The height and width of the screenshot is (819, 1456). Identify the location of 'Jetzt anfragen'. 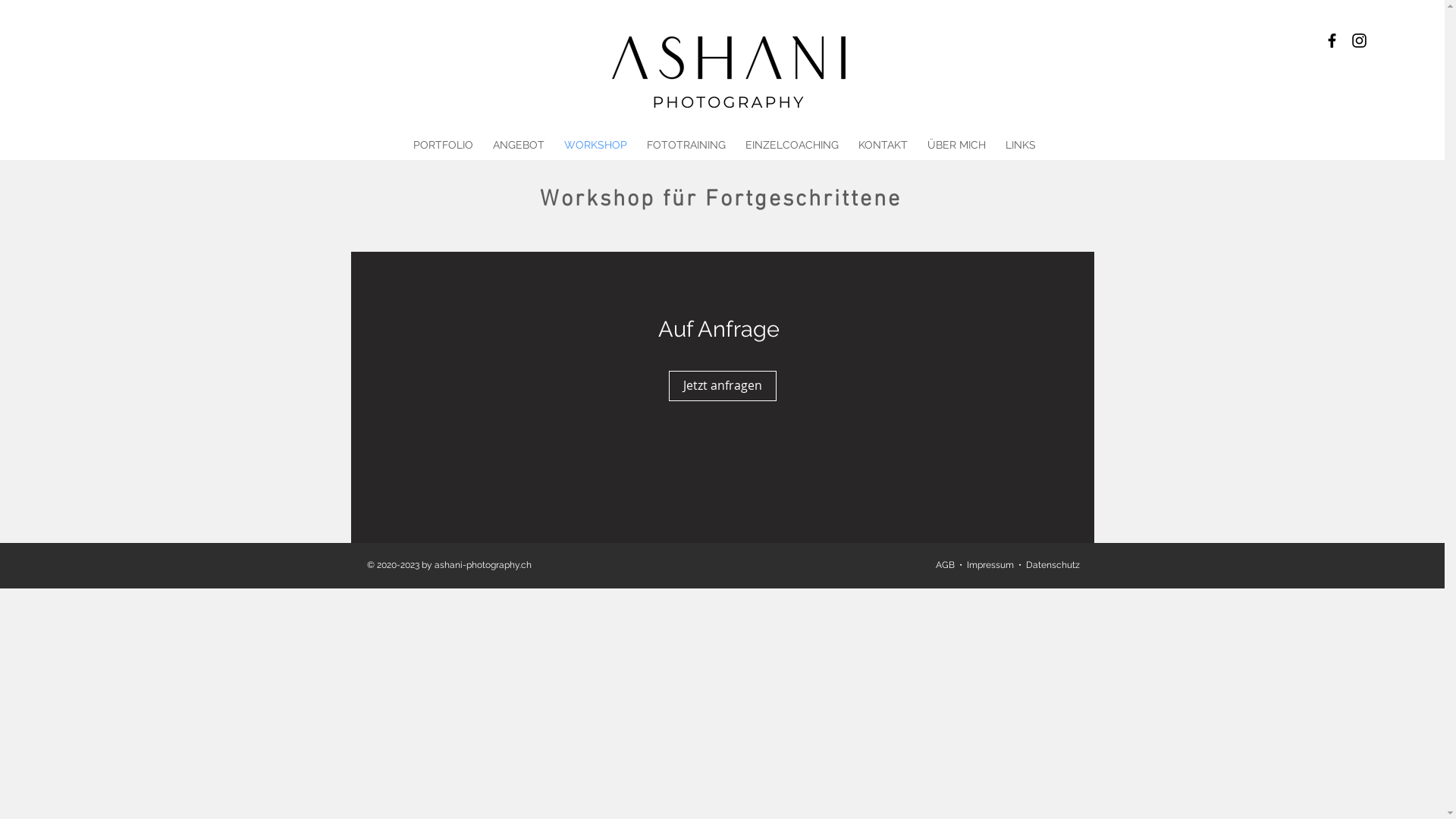
(722, 385).